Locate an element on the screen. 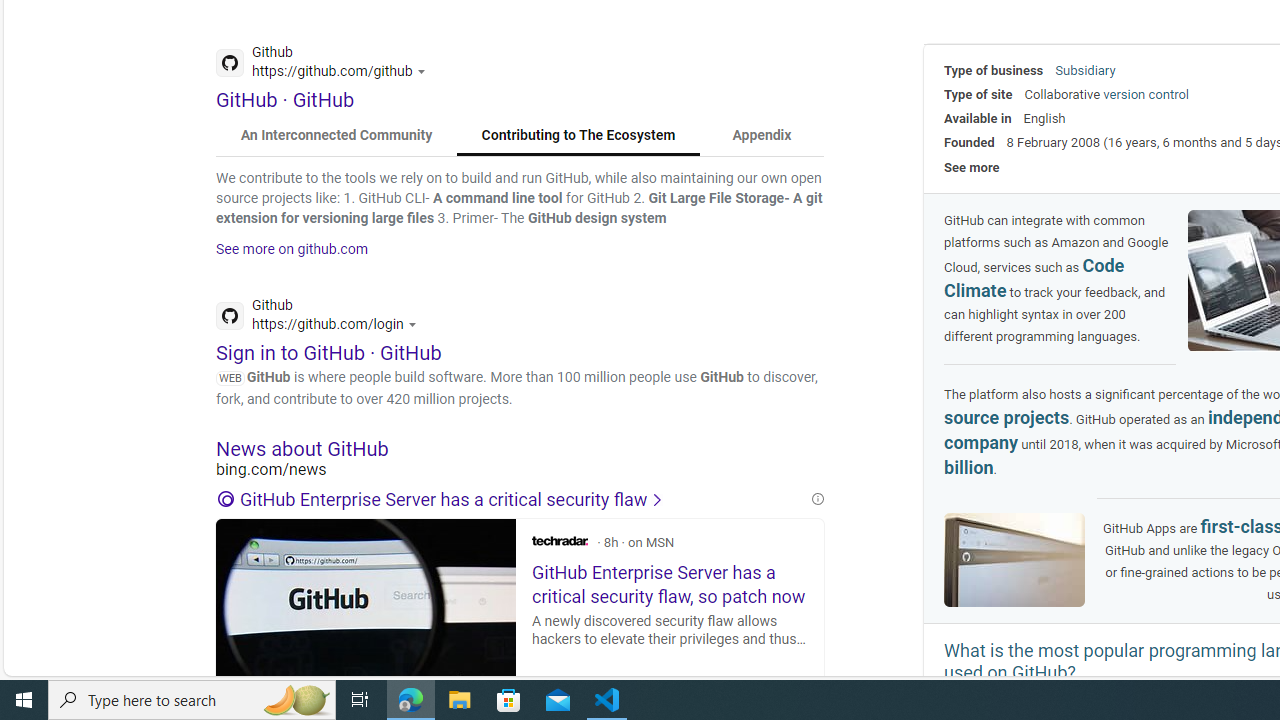  'Appendix' is located at coordinates (760, 135).